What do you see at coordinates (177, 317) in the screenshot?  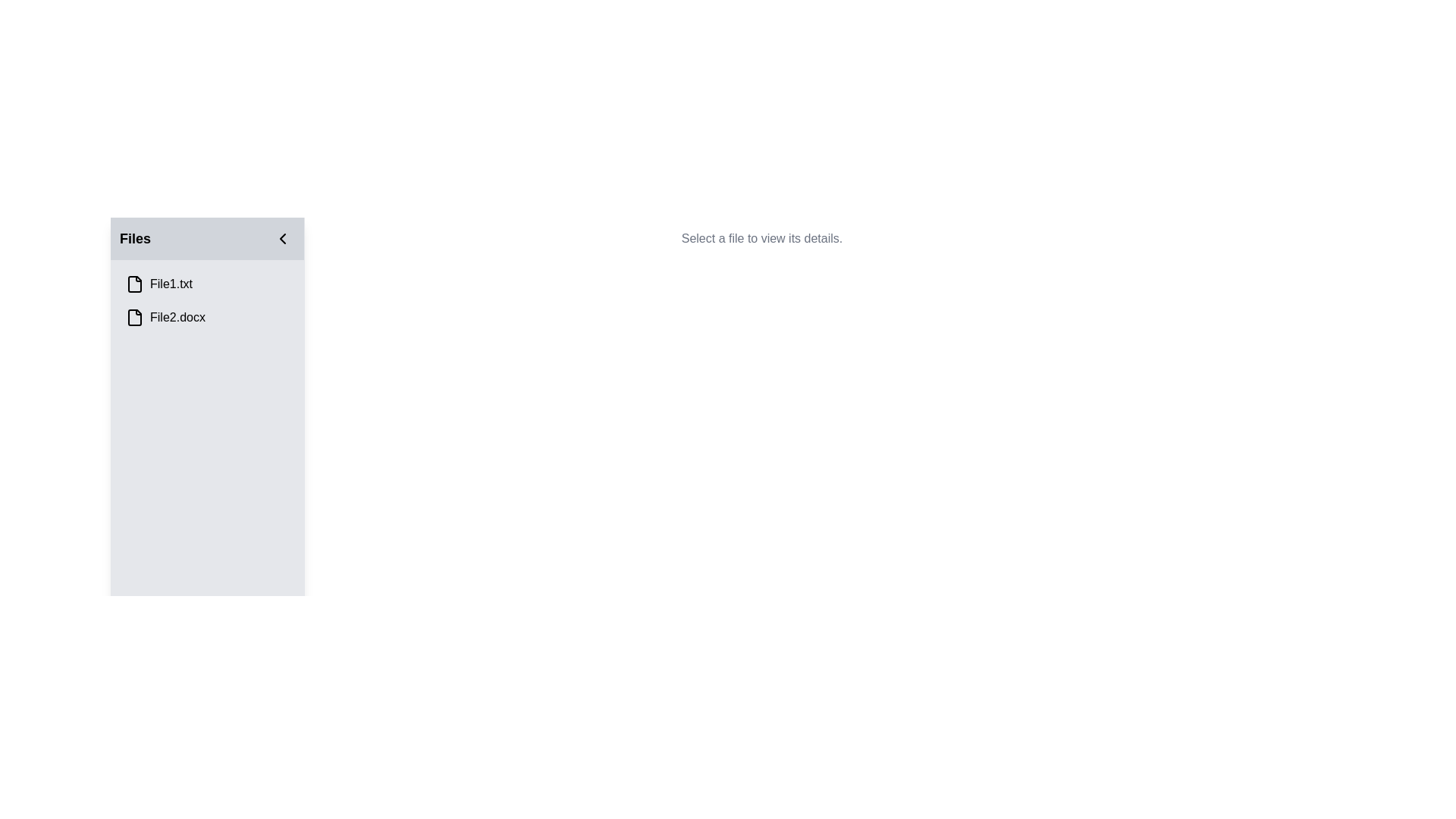 I see `the text label indicating the second file entry beneath 'File1.txt' in the 'Files' section` at bounding box center [177, 317].